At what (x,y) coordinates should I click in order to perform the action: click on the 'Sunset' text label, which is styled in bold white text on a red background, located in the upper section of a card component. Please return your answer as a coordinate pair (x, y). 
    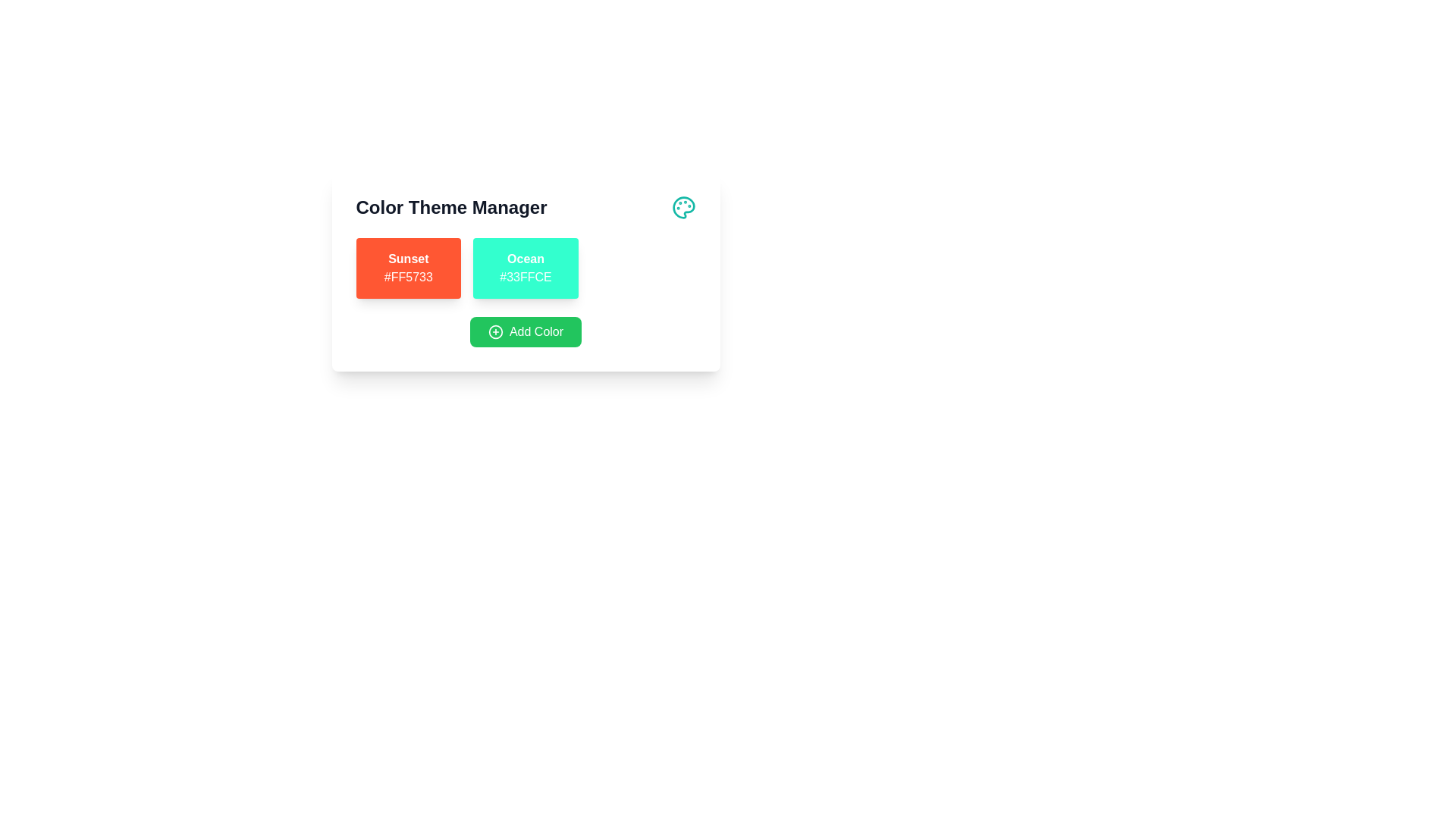
    Looking at the image, I should click on (408, 259).